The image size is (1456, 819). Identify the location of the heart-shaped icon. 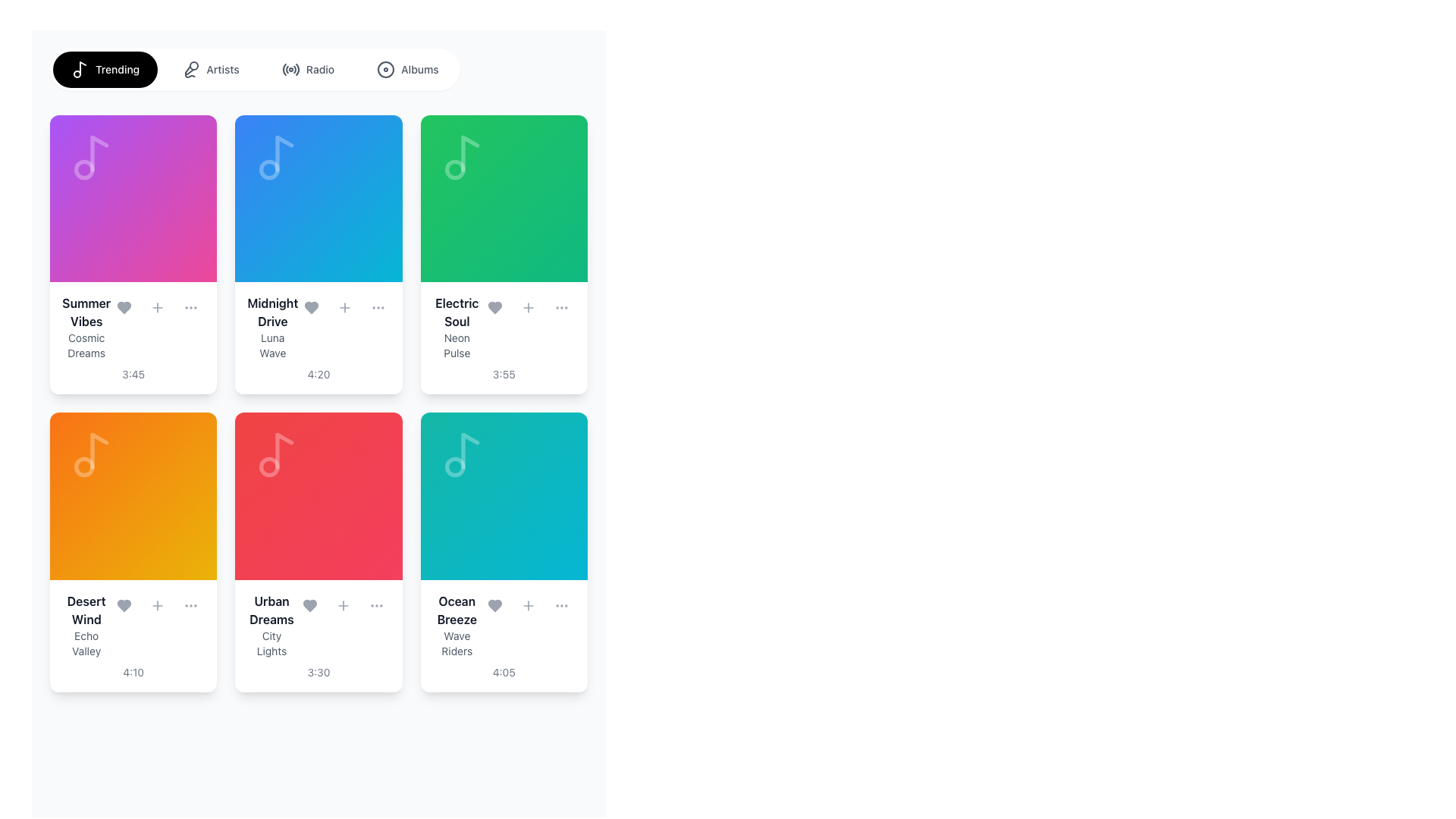
(124, 307).